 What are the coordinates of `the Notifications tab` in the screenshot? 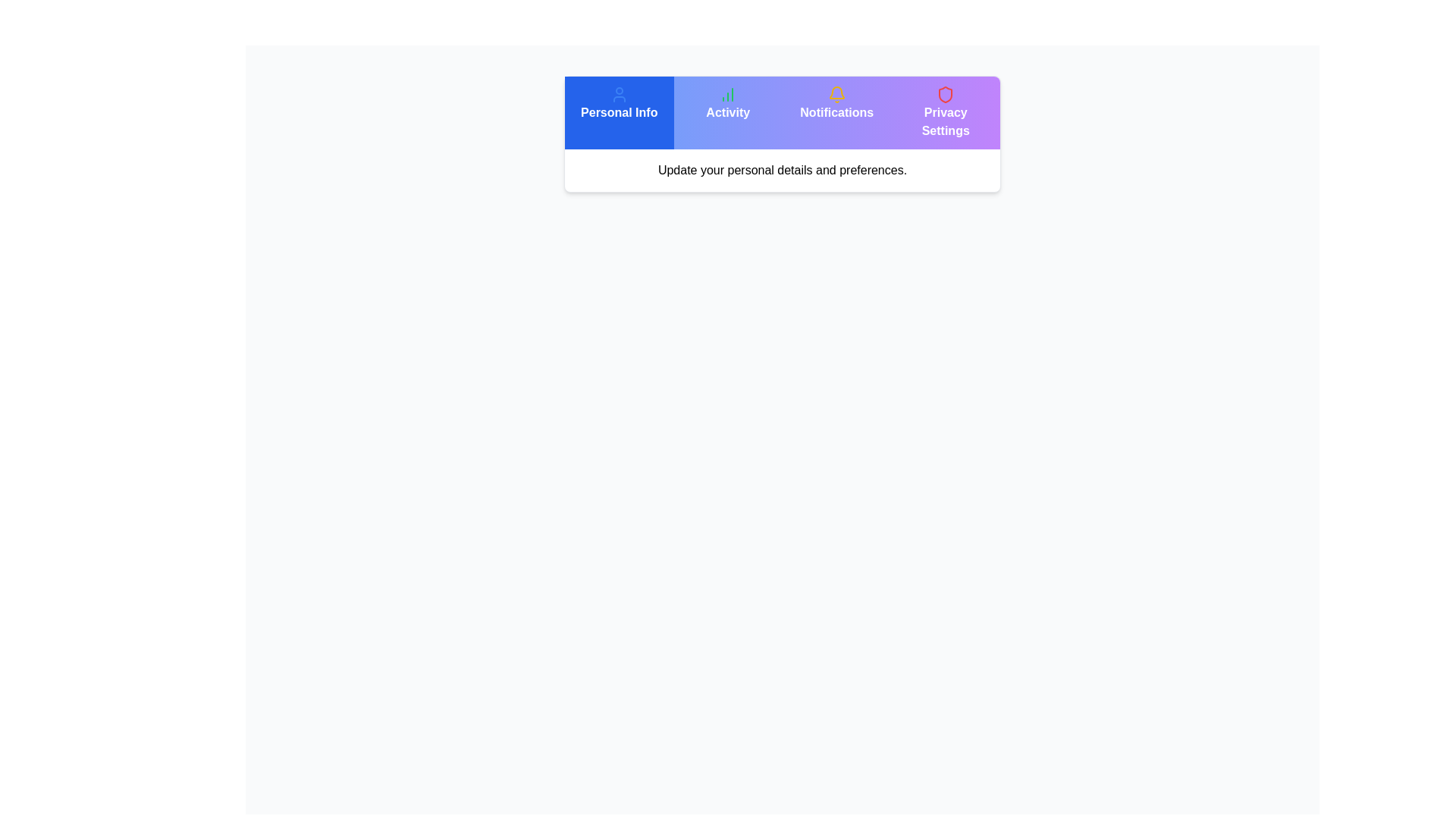 It's located at (836, 112).